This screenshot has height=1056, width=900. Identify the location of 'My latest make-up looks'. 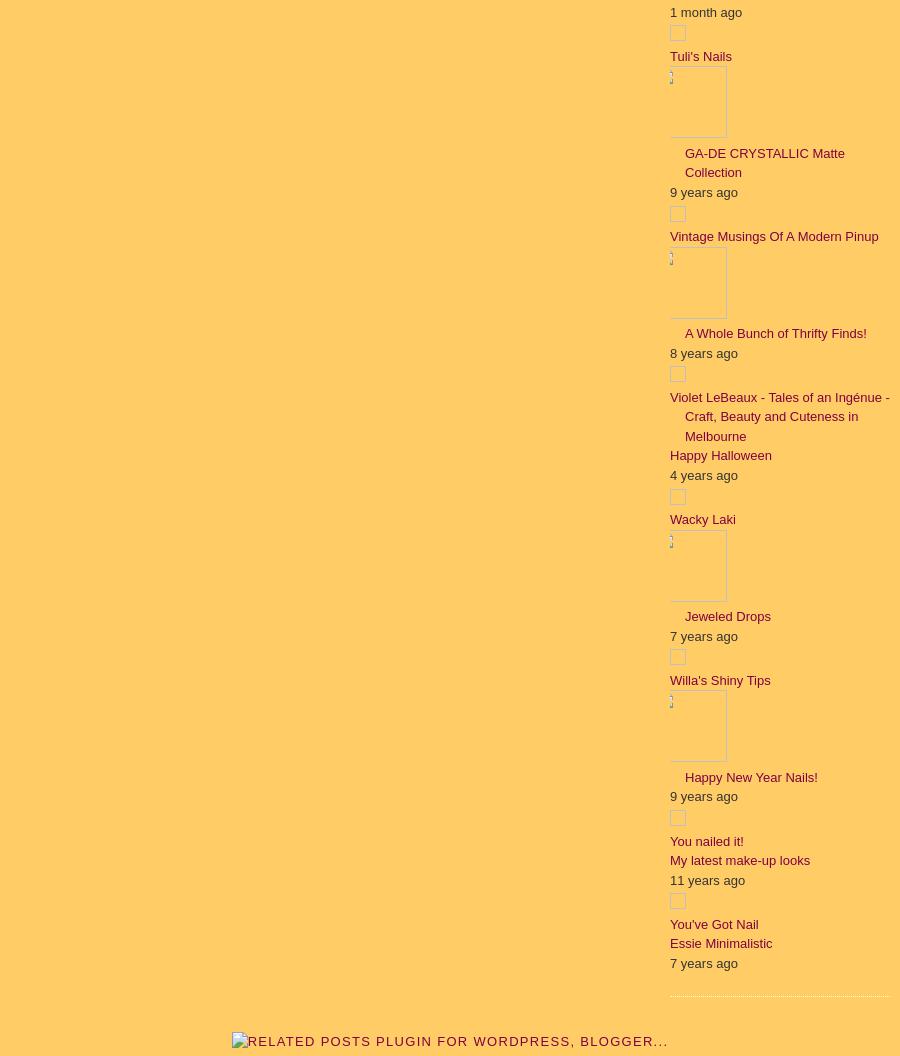
(738, 859).